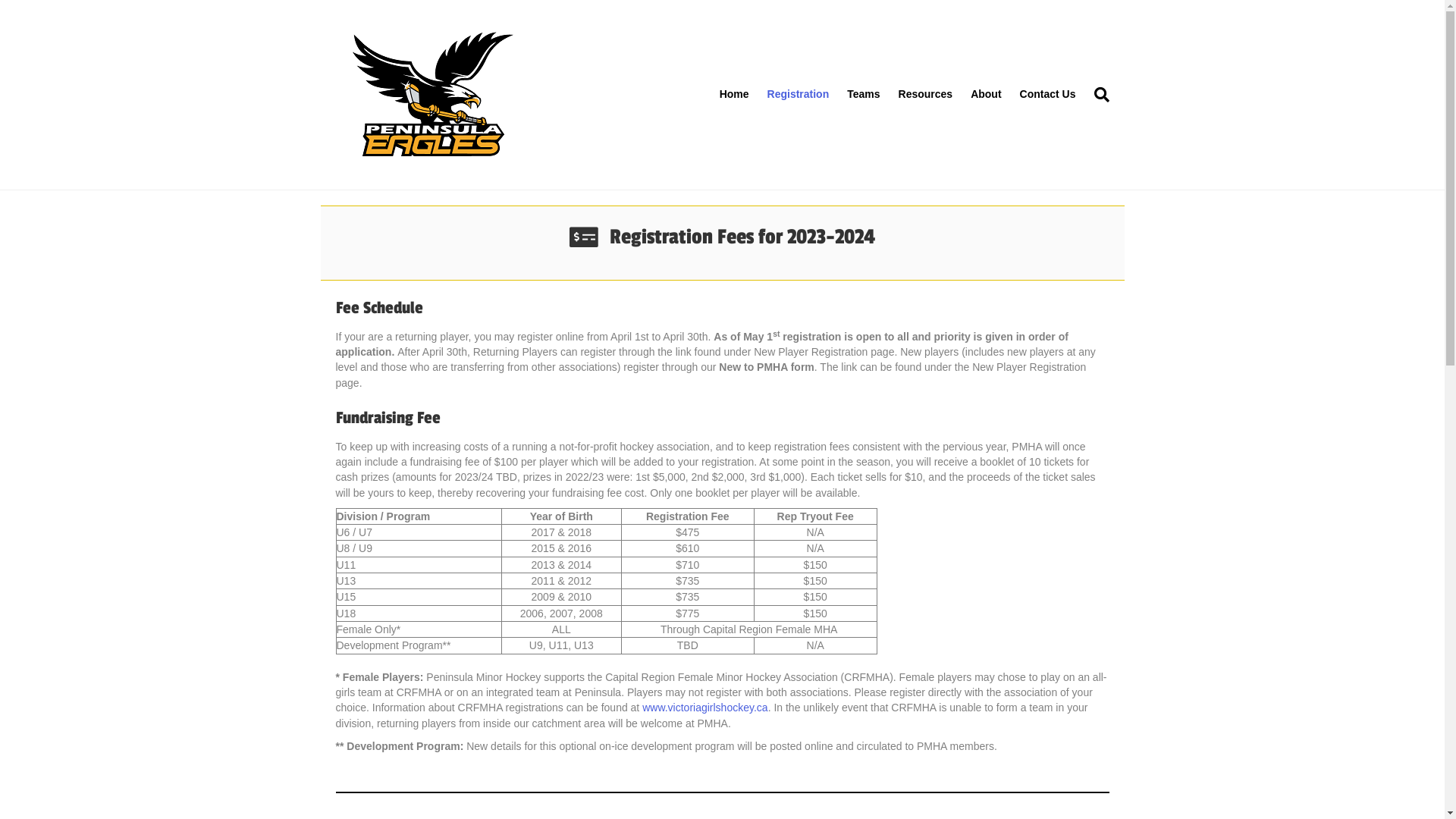 The height and width of the screenshot is (819, 1456). What do you see at coordinates (960, 94) in the screenshot?
I see `'About'` at bounding box center [960, 94].